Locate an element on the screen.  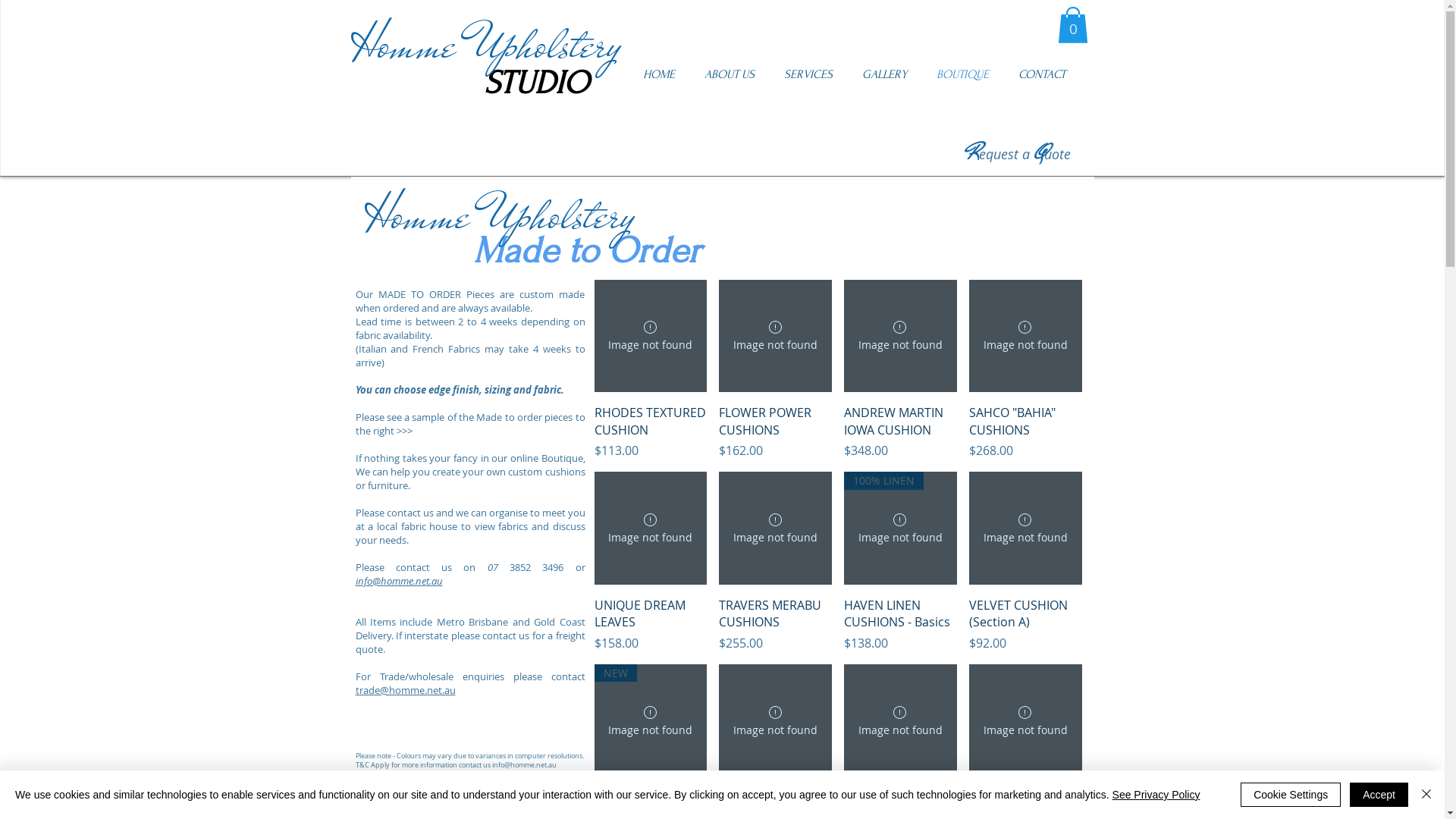
'RHODES TEXTURED CUSHION is located at coordinates (651, 335).